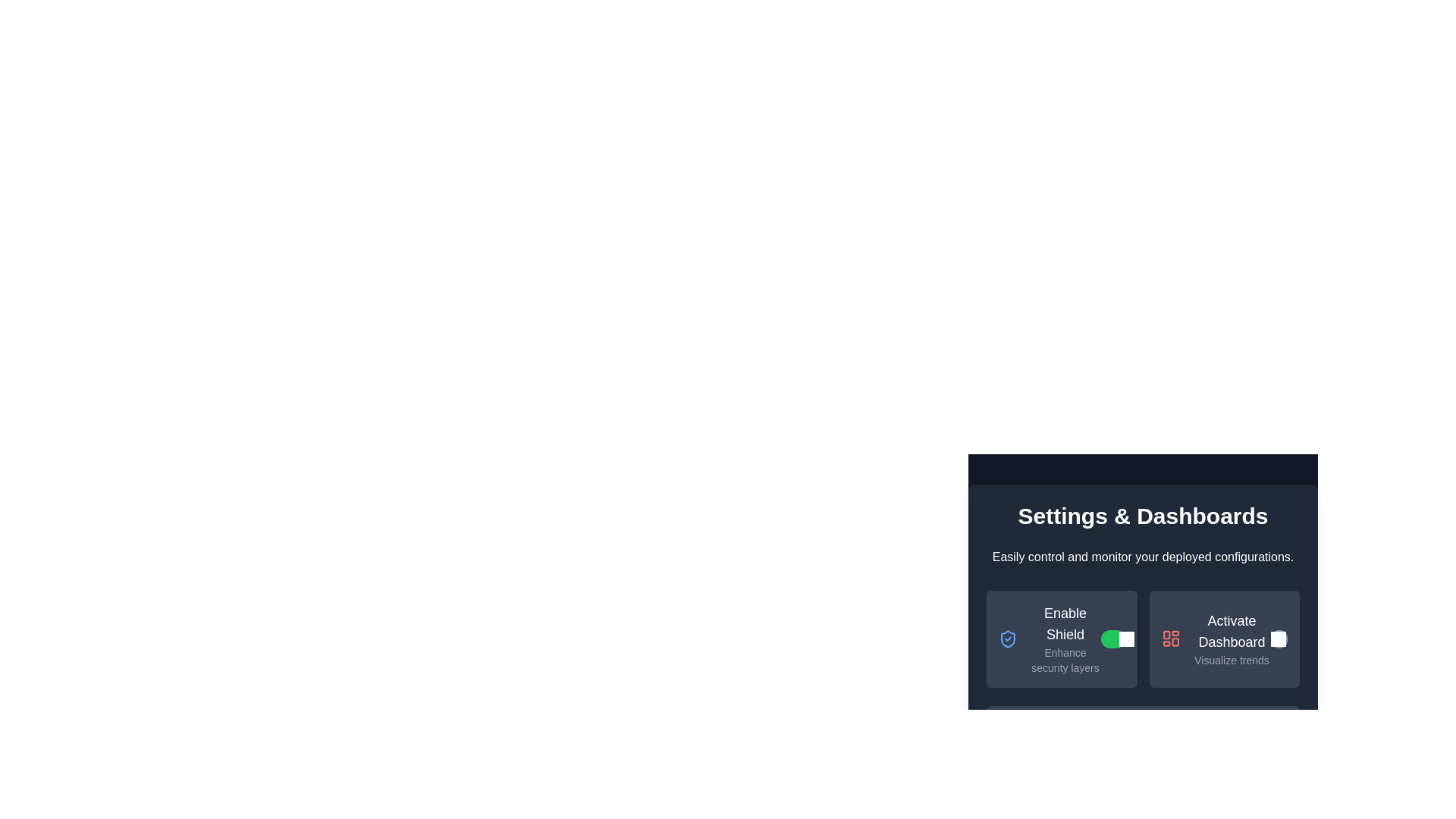  What do you see at coordinates (1008, 639) in the screenshot?
I see `the design of the shield icon representing the 'Enable Shield' functionality in the 'Settings & Dashboards' section, positioned near the 'Enable' and 'Shield' labels` at bounding box center [1008, 639].